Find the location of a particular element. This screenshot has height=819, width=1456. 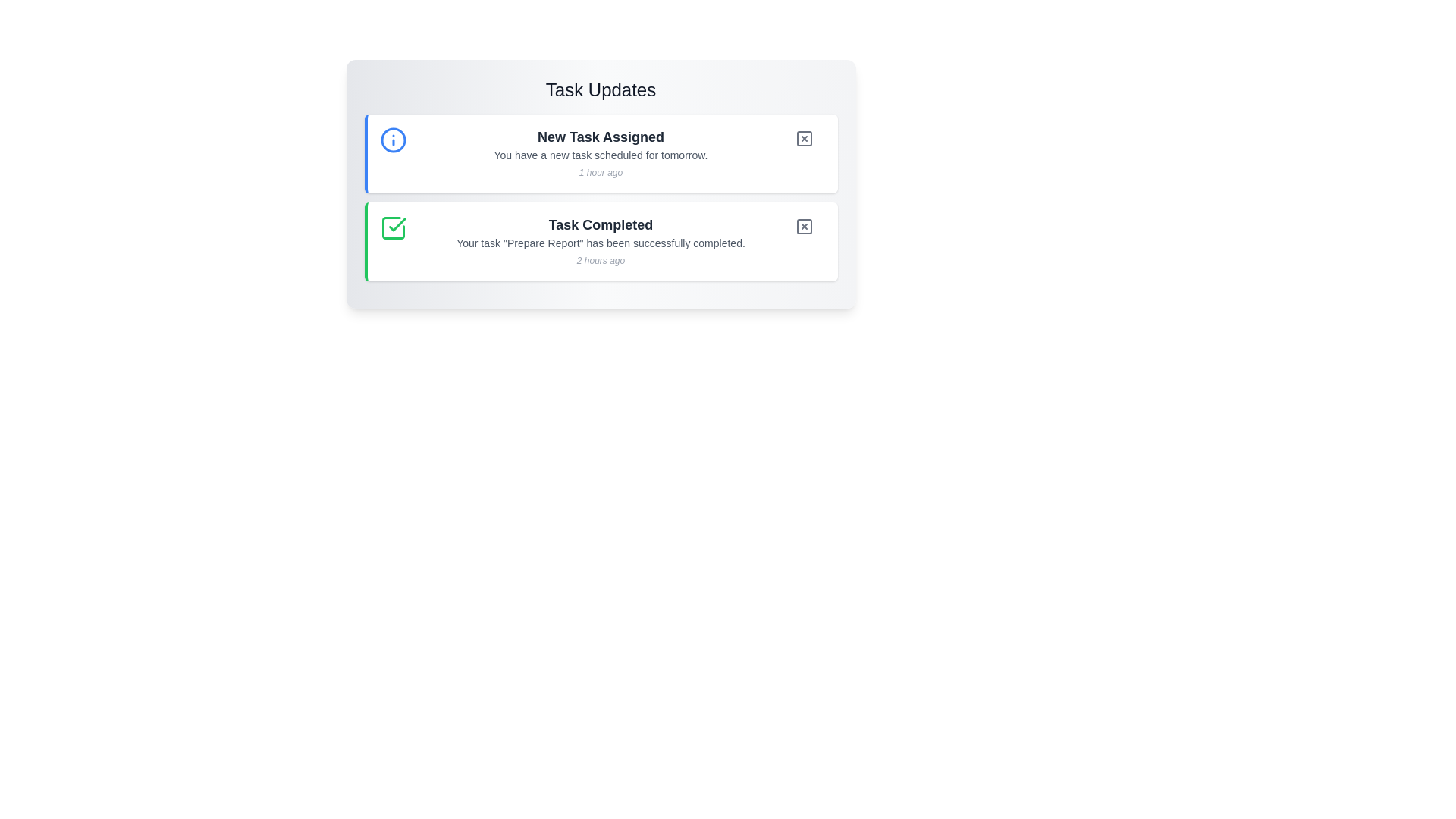

the blue circular icon with a lowercase 'i' located to the far left of the 'New Task Assigned' update is located at coordinates (393, 140).